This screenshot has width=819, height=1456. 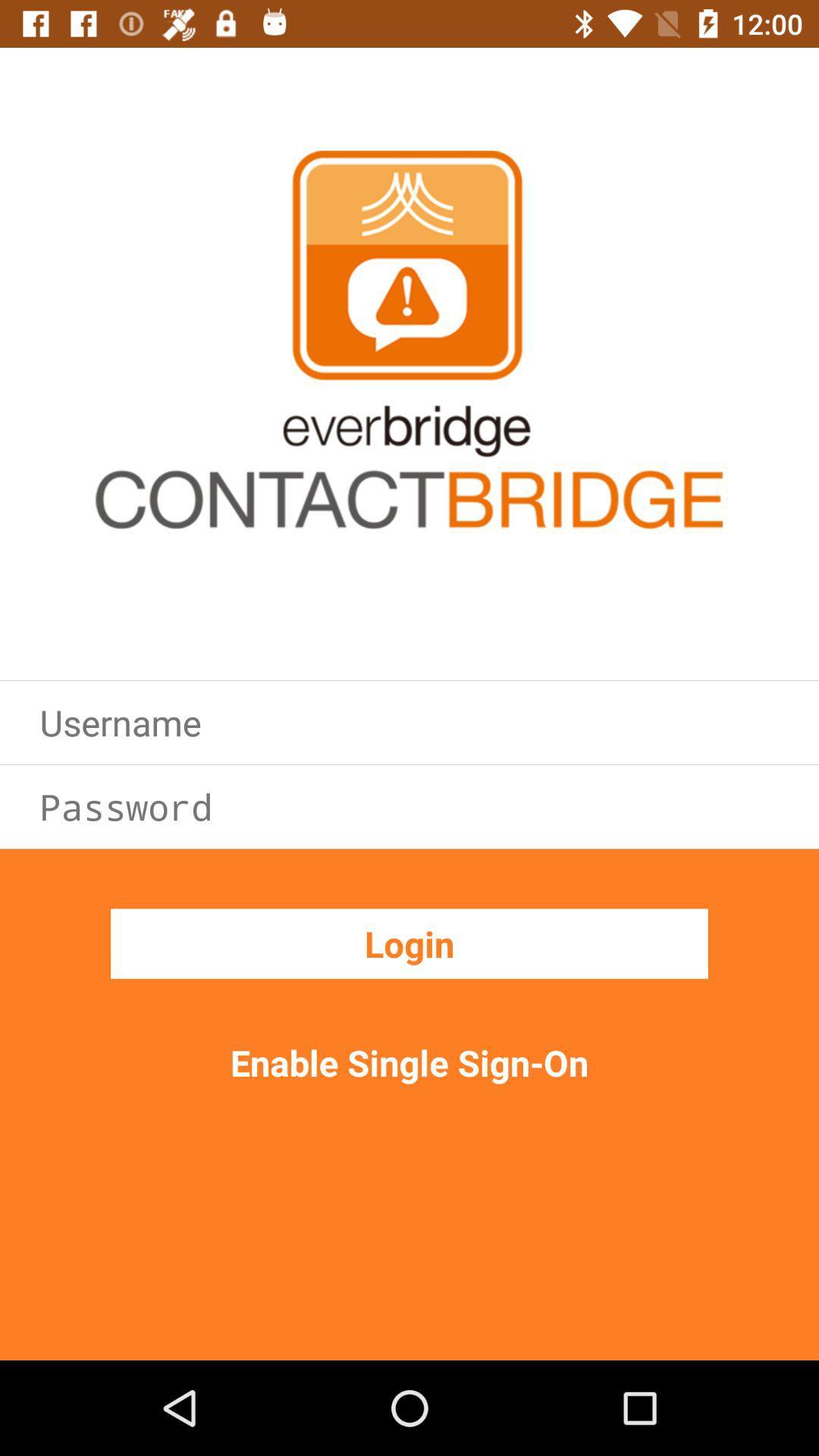 What do you see at coordinates (409, 1062) in the screenshot?
I see `the enable single sign icon` at bounding box center [409, 1062].